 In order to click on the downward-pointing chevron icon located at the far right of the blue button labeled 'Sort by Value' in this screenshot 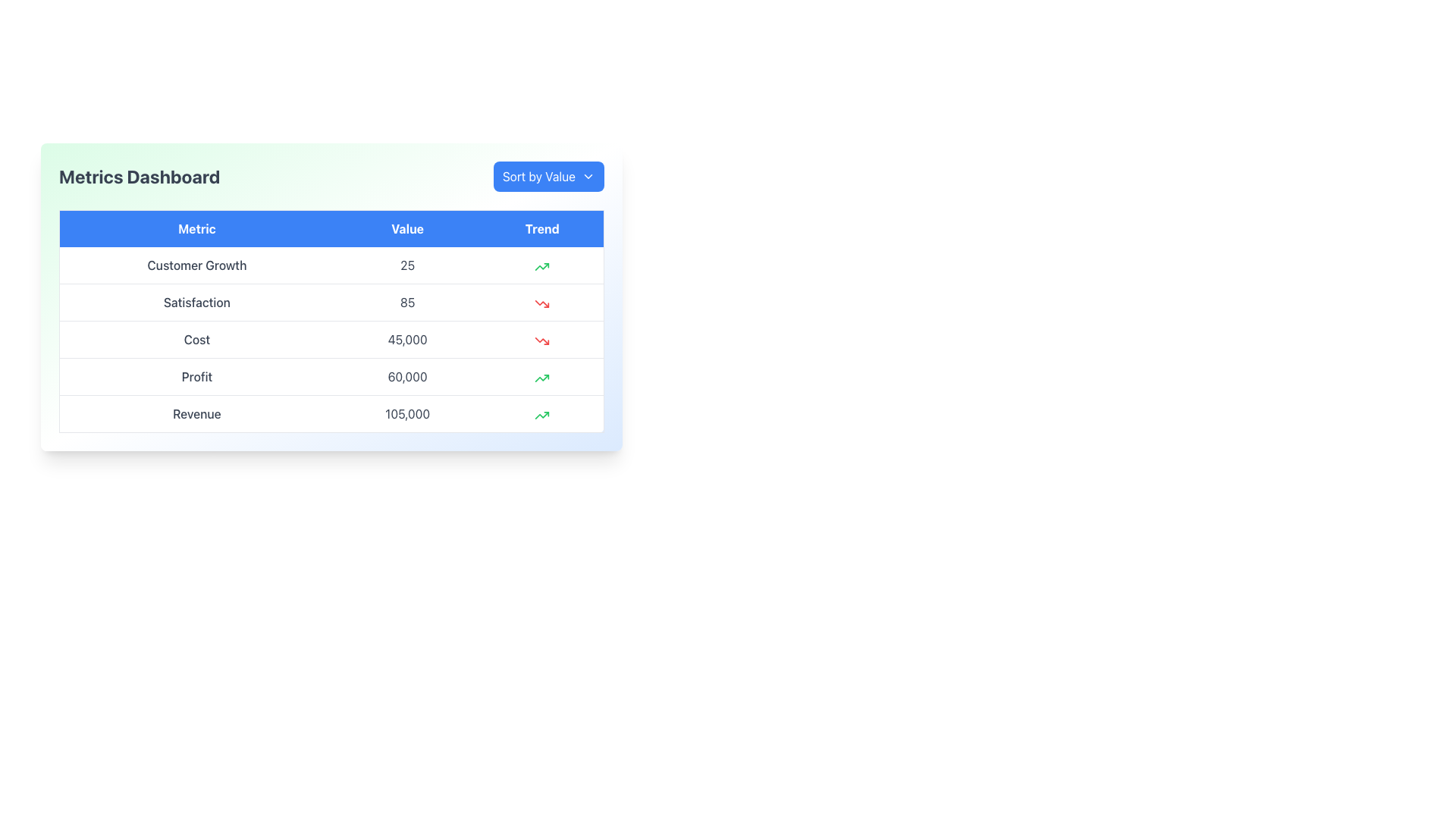, I will do `click(588, 175)`.